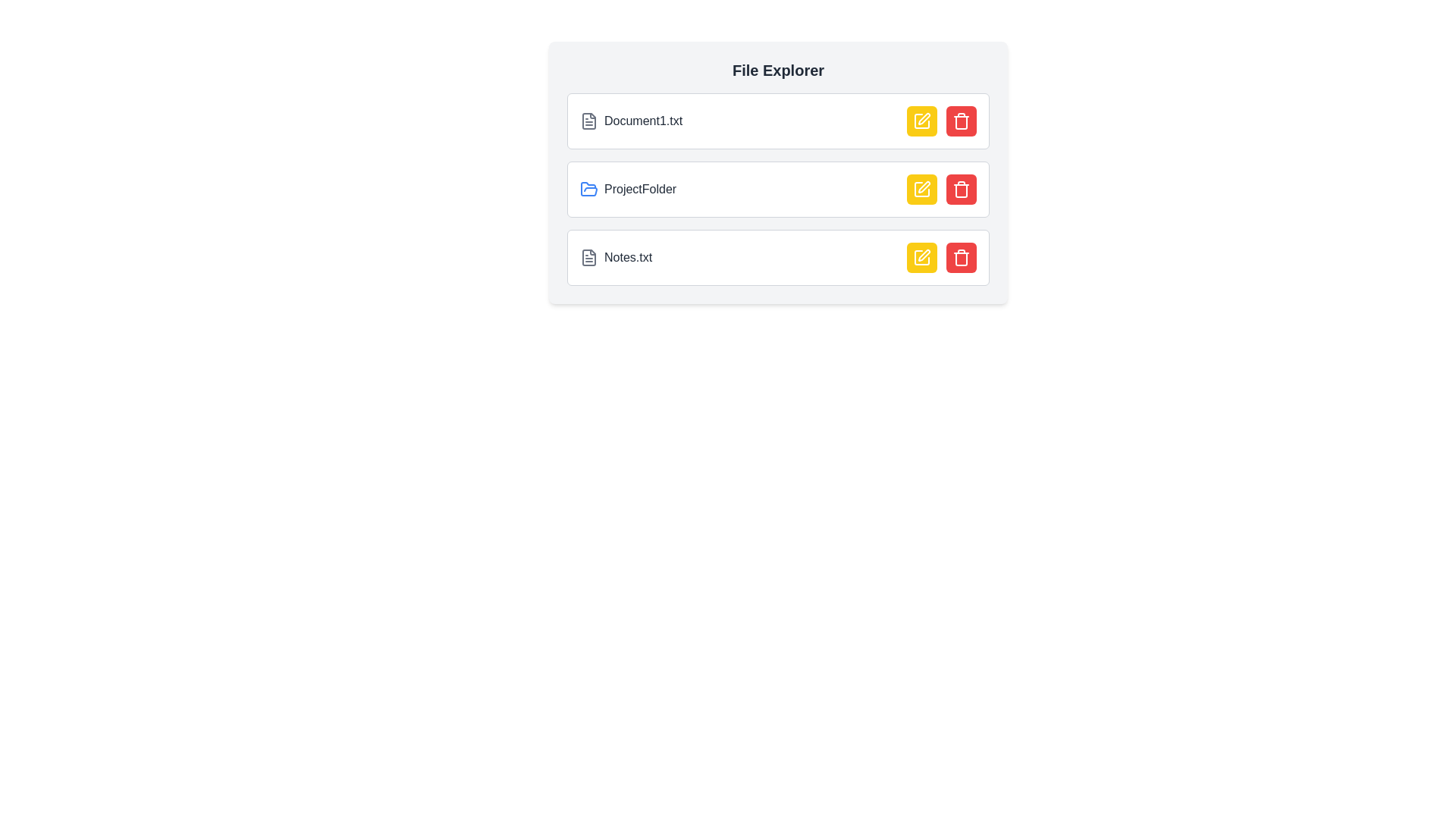 The height and width of the screenshot is (819, 1456). I want to click on the file icon representing 'Document1.txt' to visually associate it with the corresponding file, so click(588, 120).